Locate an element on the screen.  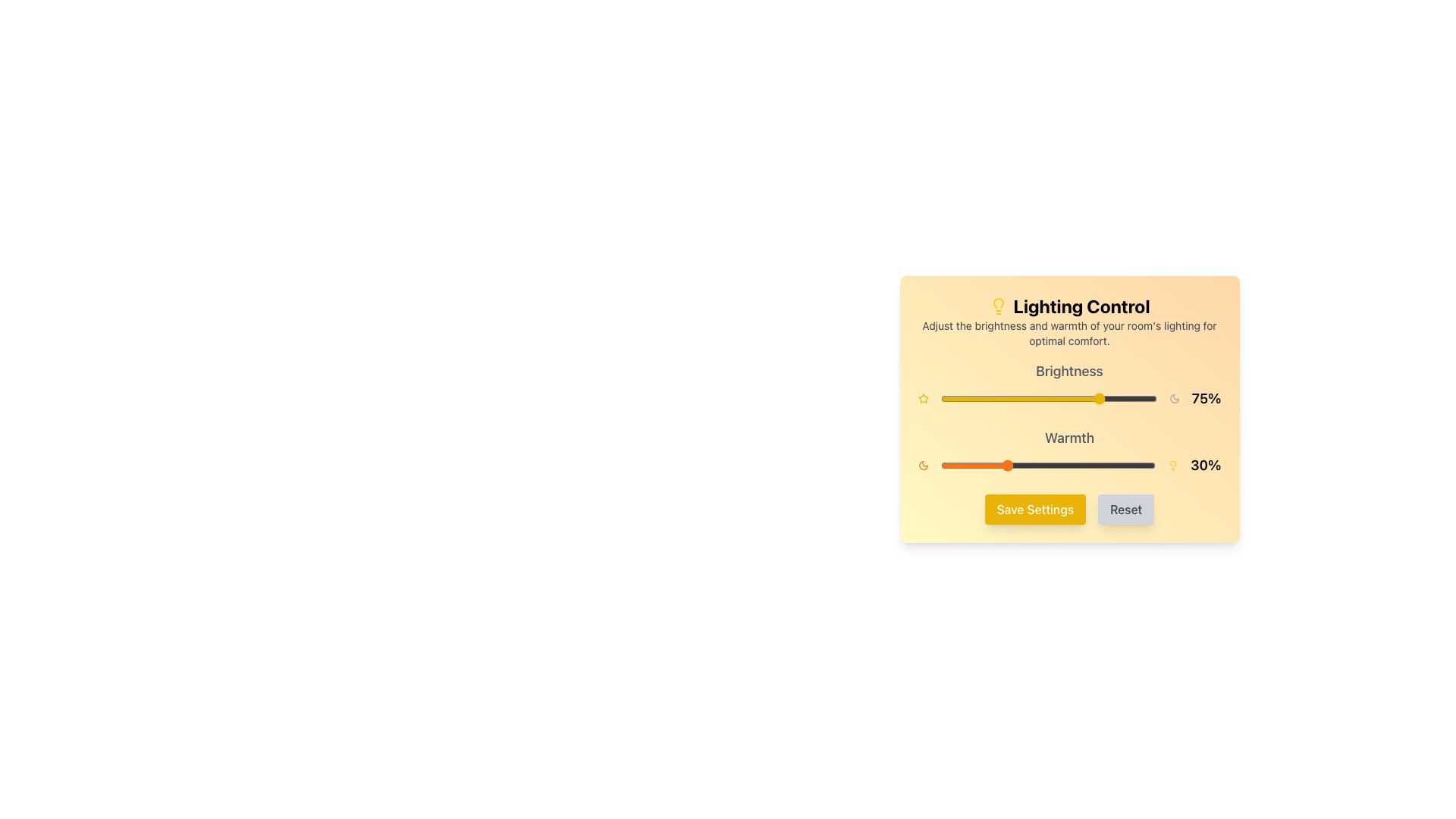
the brightness is located at coordinates (1043, 397).